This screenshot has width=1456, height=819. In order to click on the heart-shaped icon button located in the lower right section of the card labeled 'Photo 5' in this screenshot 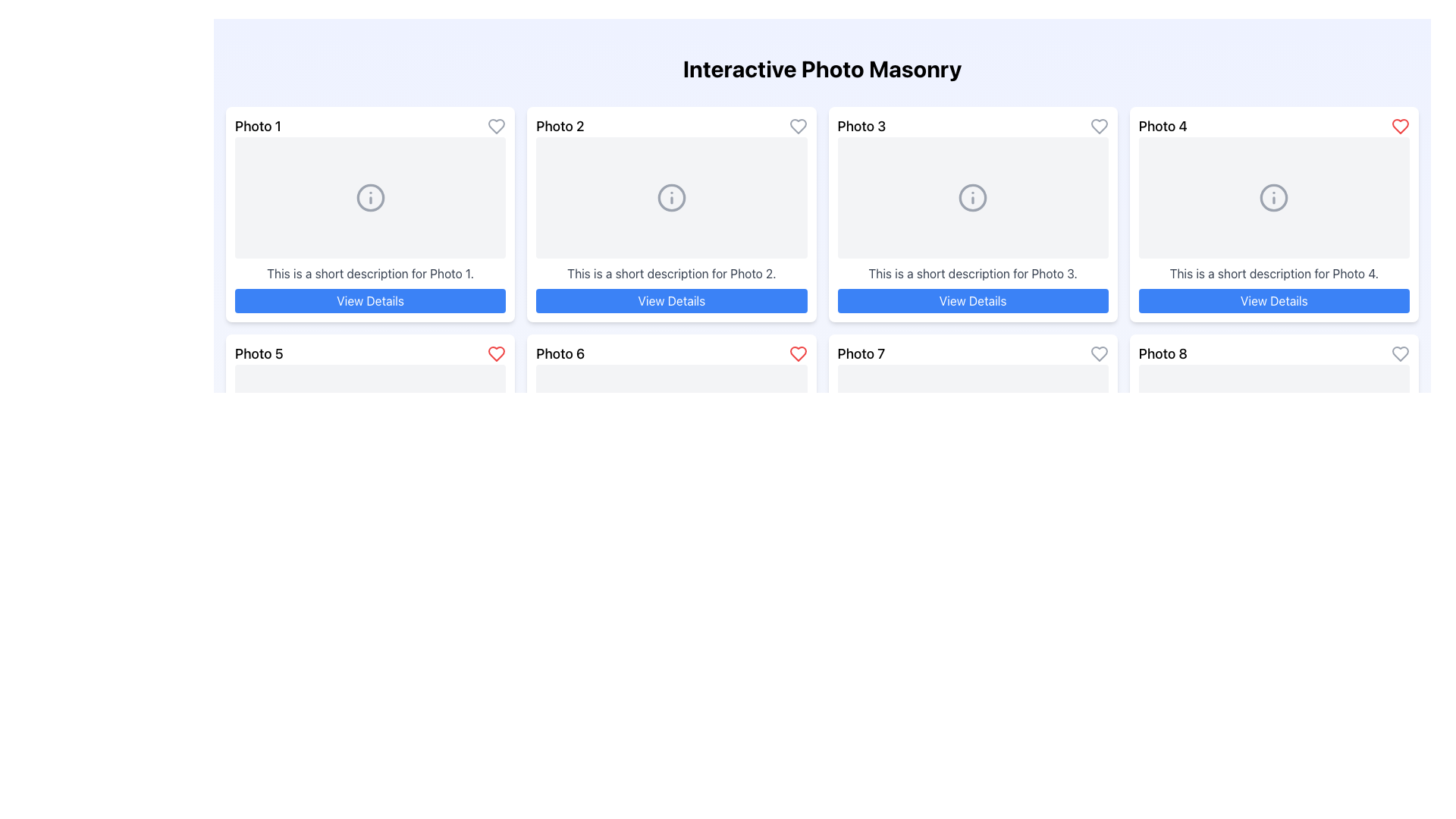, I will do `click(497, 353)`.